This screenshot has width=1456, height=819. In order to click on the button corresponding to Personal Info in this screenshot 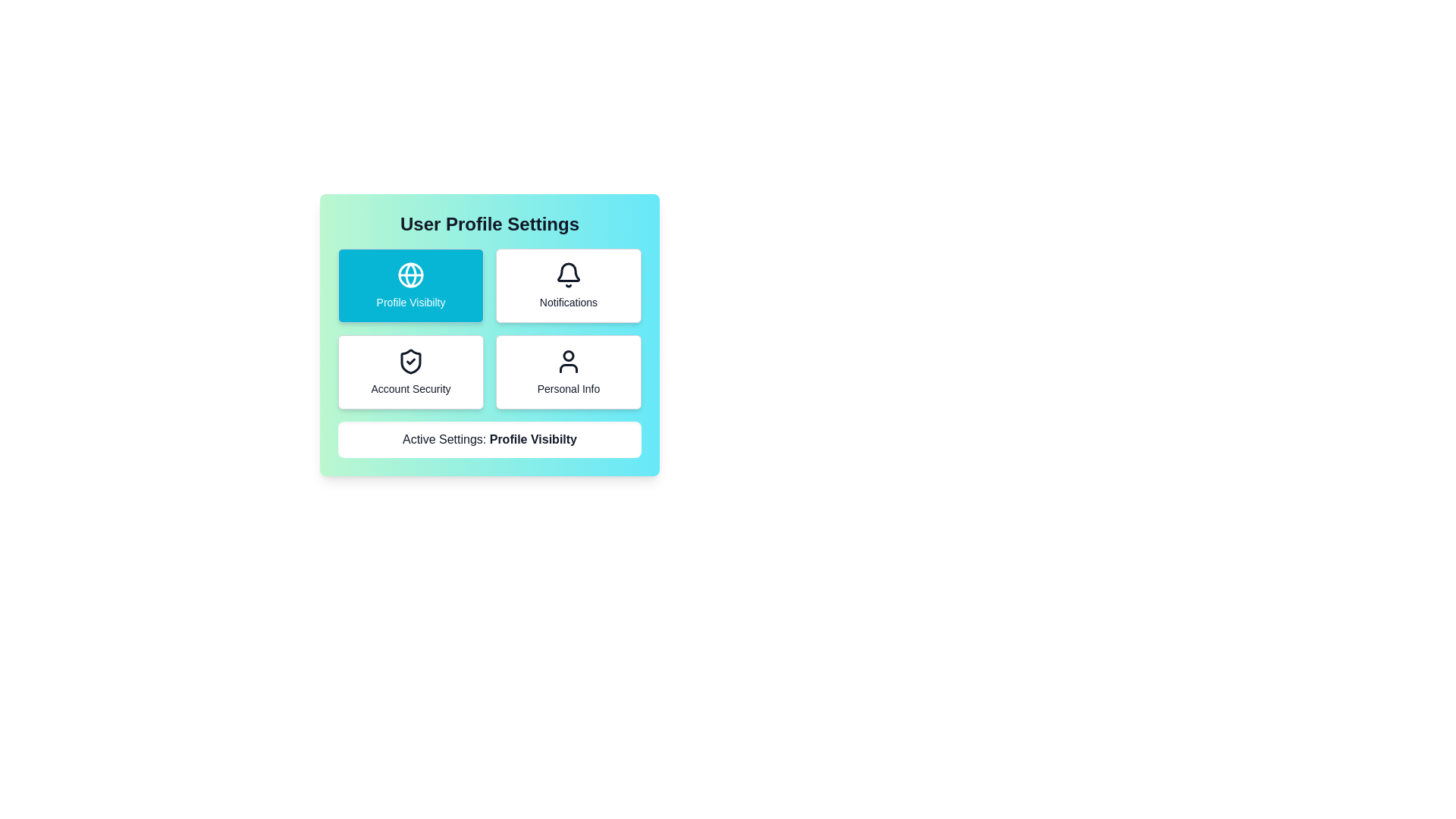, I will do `click(567, 372)`.